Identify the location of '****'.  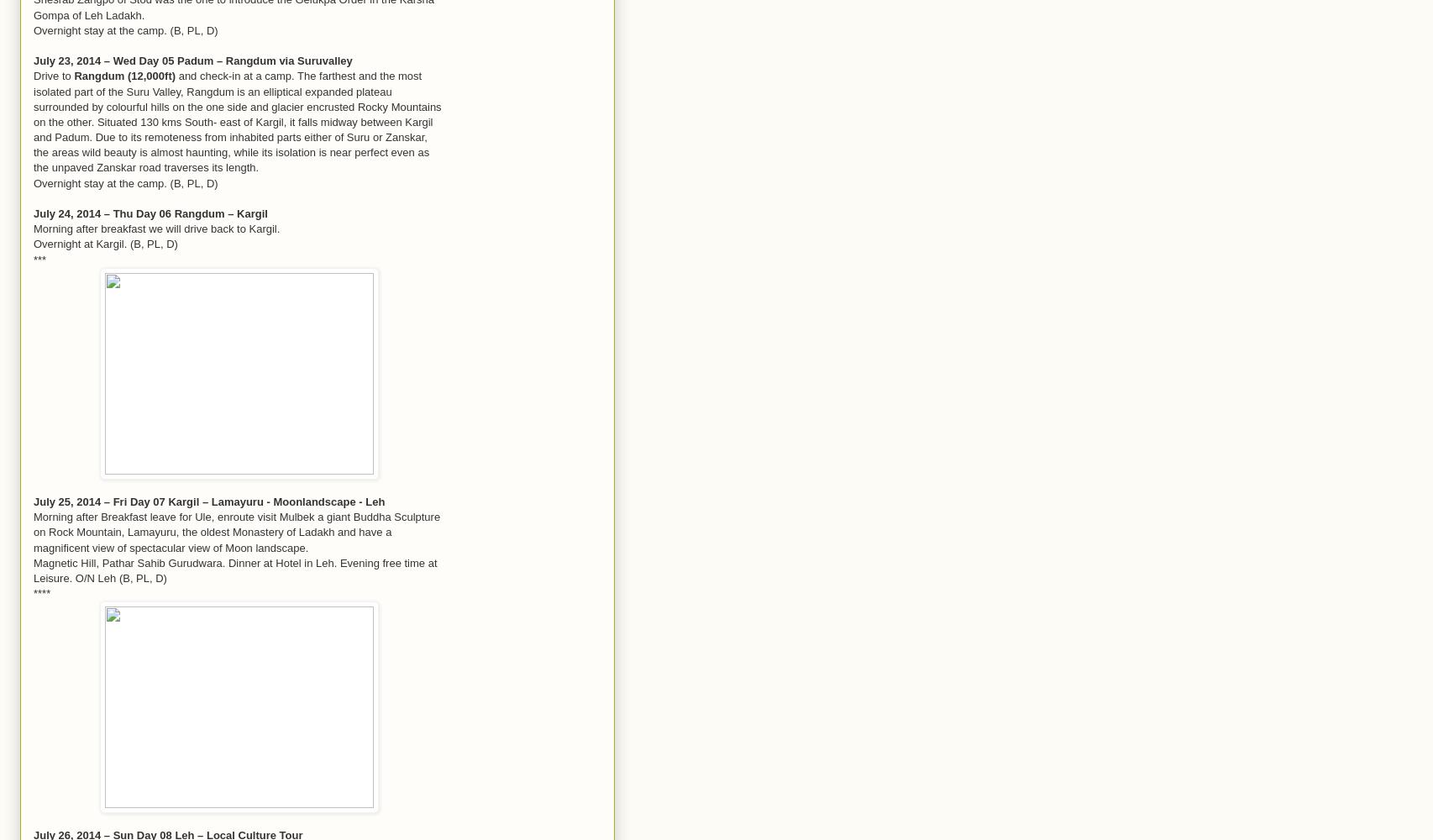
(41, 592).